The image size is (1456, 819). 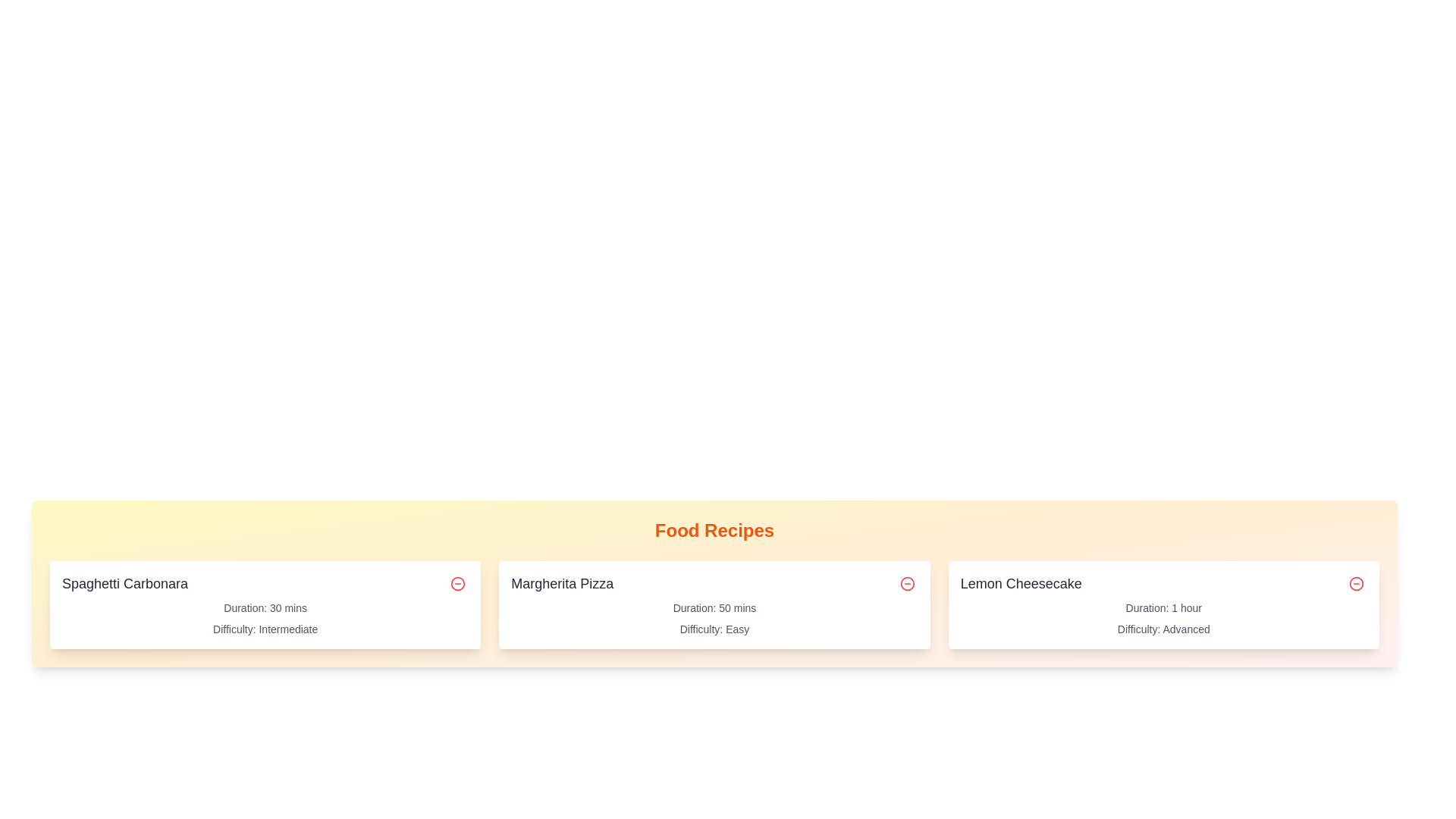 I want to click on the text label indicating the advanced difficulty level of the 'Lemon Cheesecake' recipe, located in the bottom-right card of the recipe list, so click(x=1163, y=629).